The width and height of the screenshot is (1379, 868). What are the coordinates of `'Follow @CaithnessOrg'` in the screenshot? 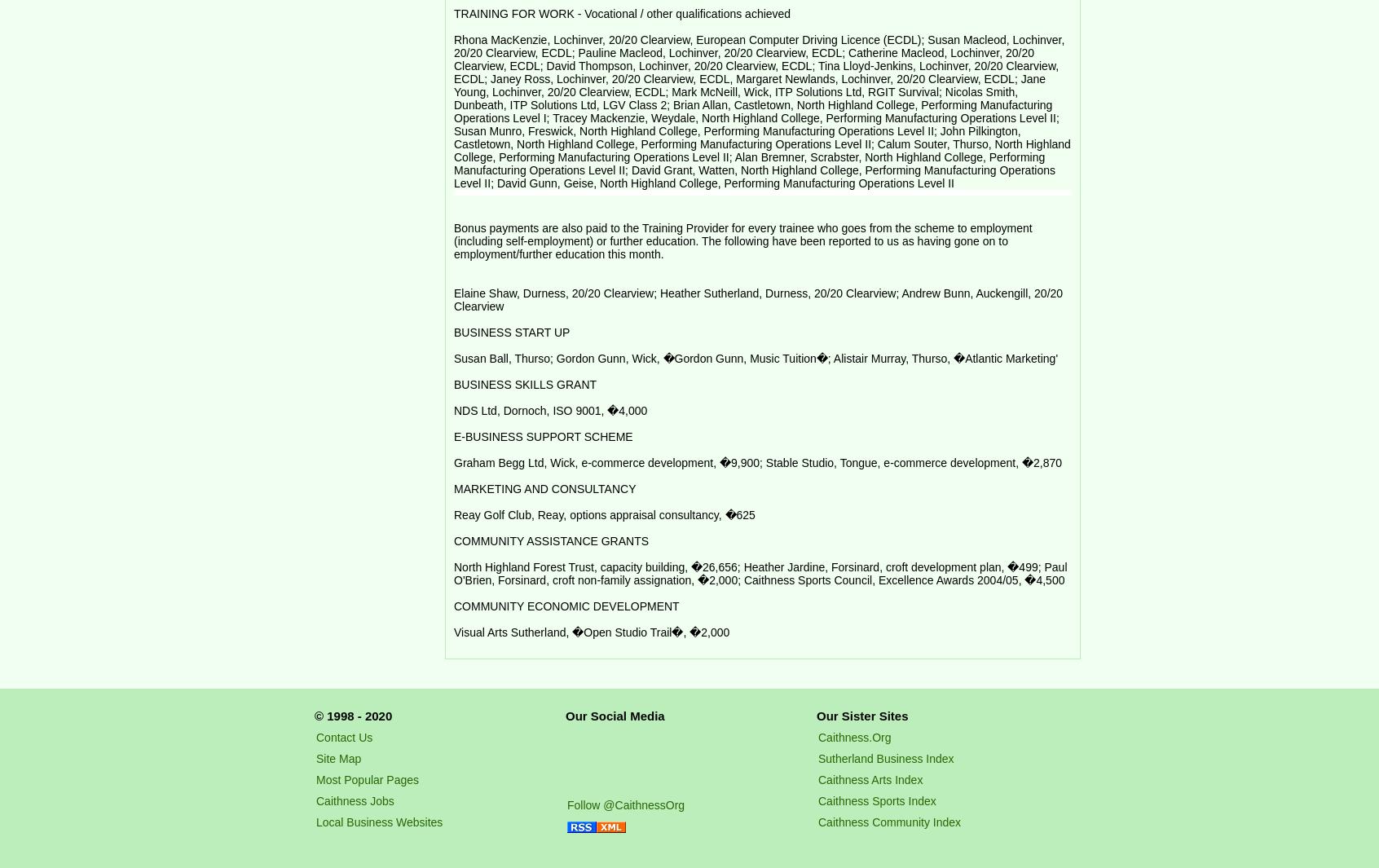 It's located at (624, 804).